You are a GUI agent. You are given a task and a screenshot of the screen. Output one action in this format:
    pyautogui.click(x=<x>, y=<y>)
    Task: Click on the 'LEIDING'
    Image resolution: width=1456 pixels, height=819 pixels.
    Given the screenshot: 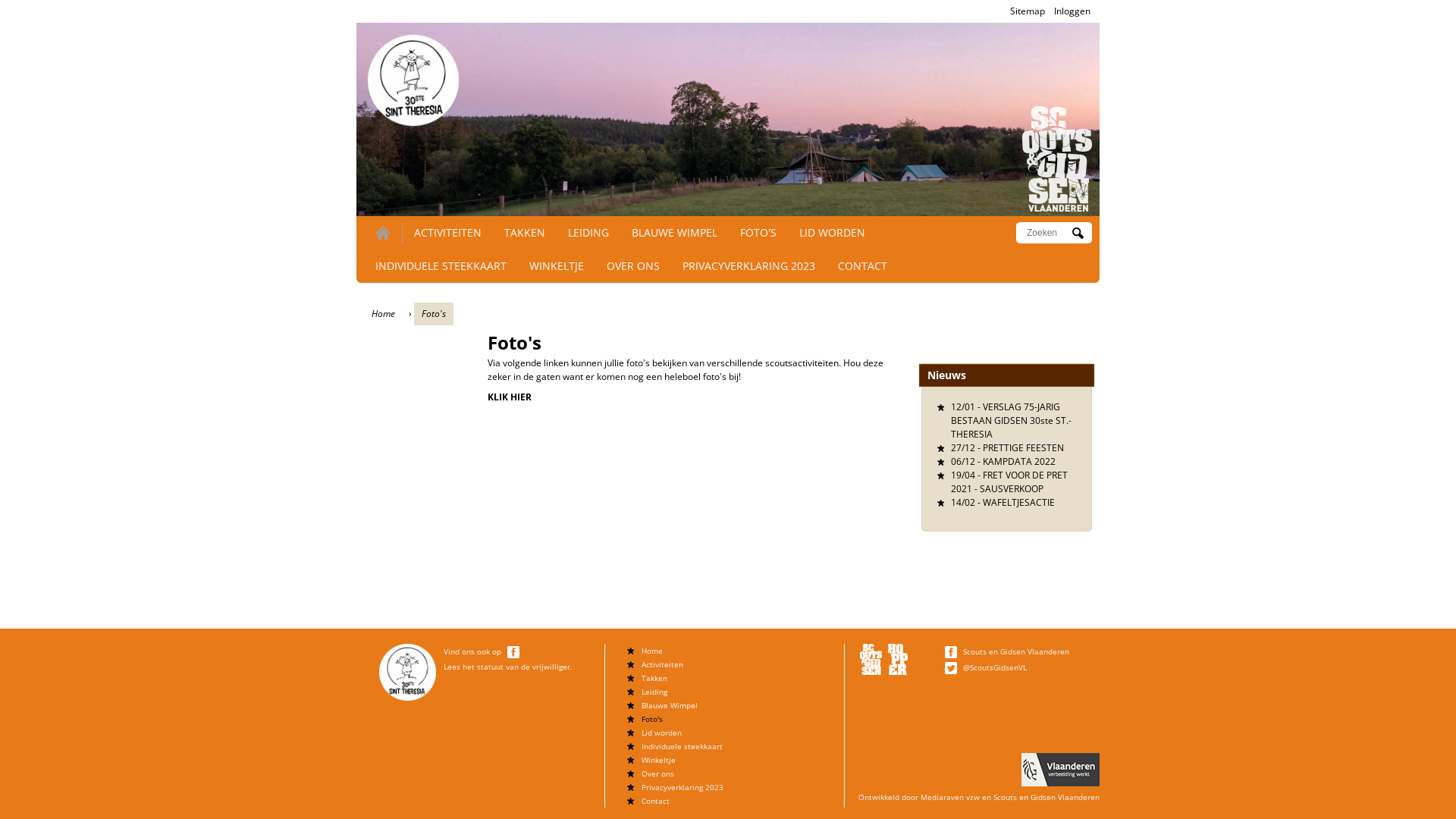 What is the action you would take?
    pyautogui.click(x=588, y=232)
    